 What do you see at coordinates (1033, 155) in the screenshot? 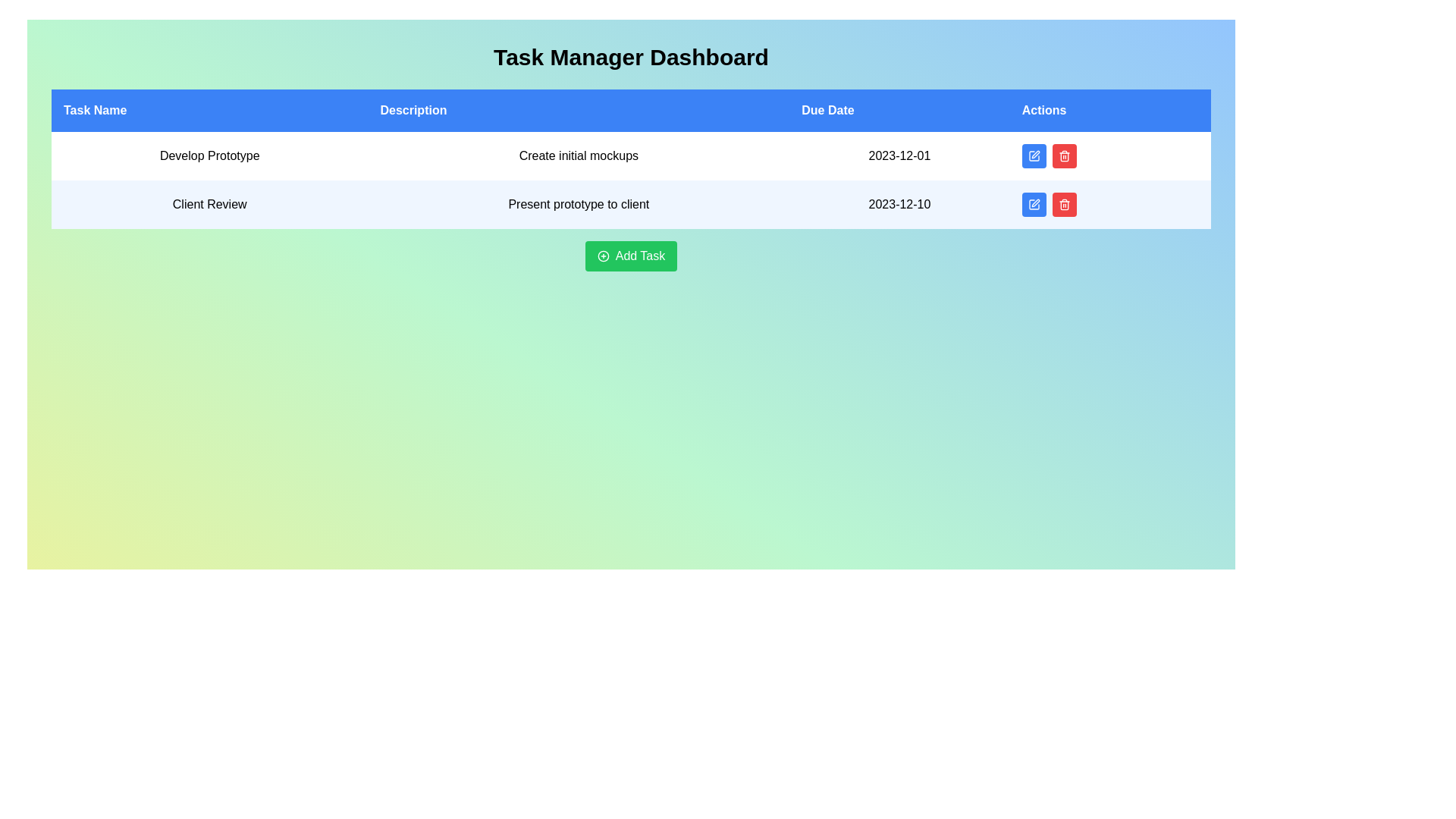
I see `the pen icon within the clickable button in the 'Actions' column of the 'Develop Prototype' task row to initiate an edit action` at bounding box center [1033, 155].